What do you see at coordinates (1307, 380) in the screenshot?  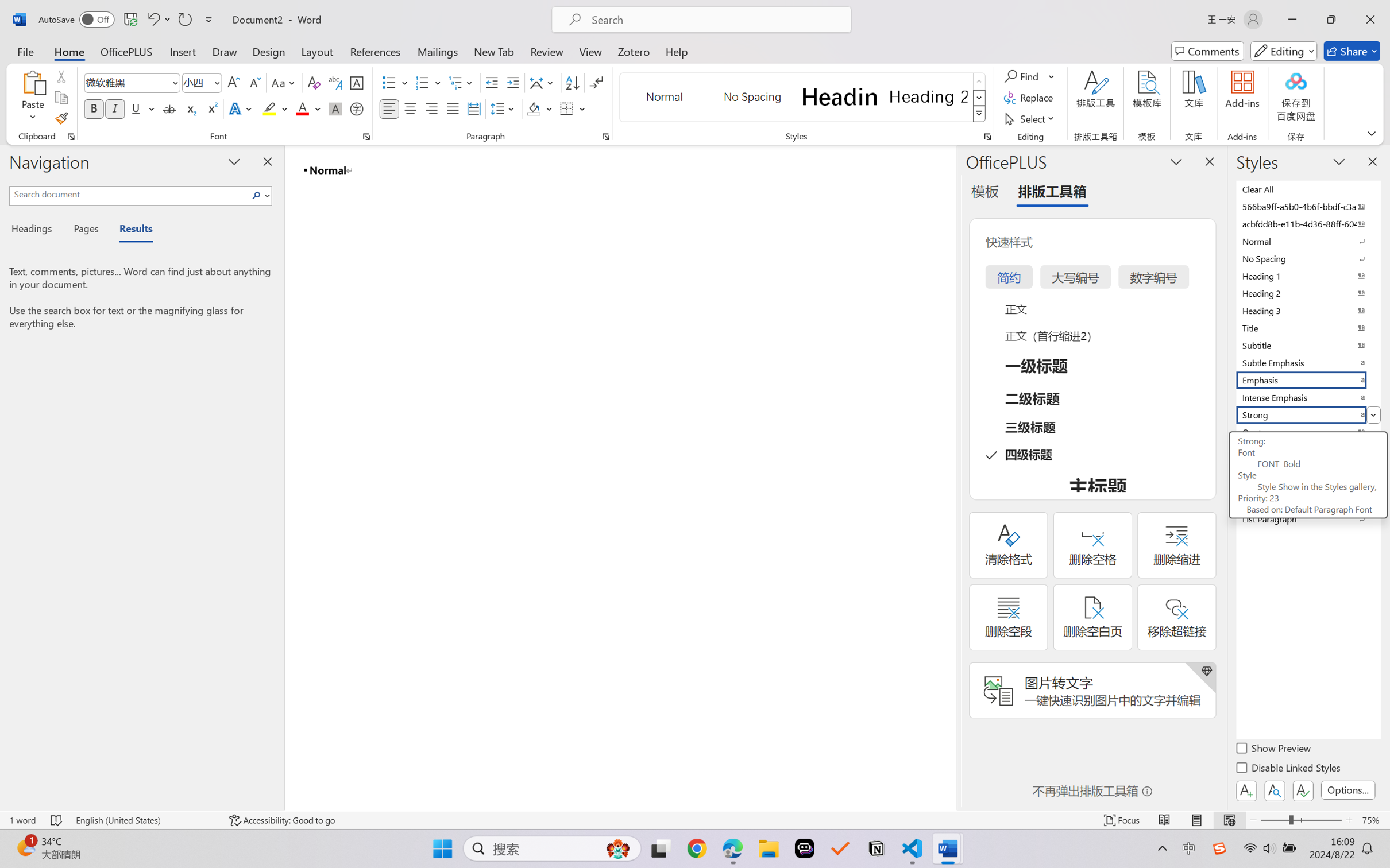 I see `'Emphasis'` at bounding box center [1307, 380].